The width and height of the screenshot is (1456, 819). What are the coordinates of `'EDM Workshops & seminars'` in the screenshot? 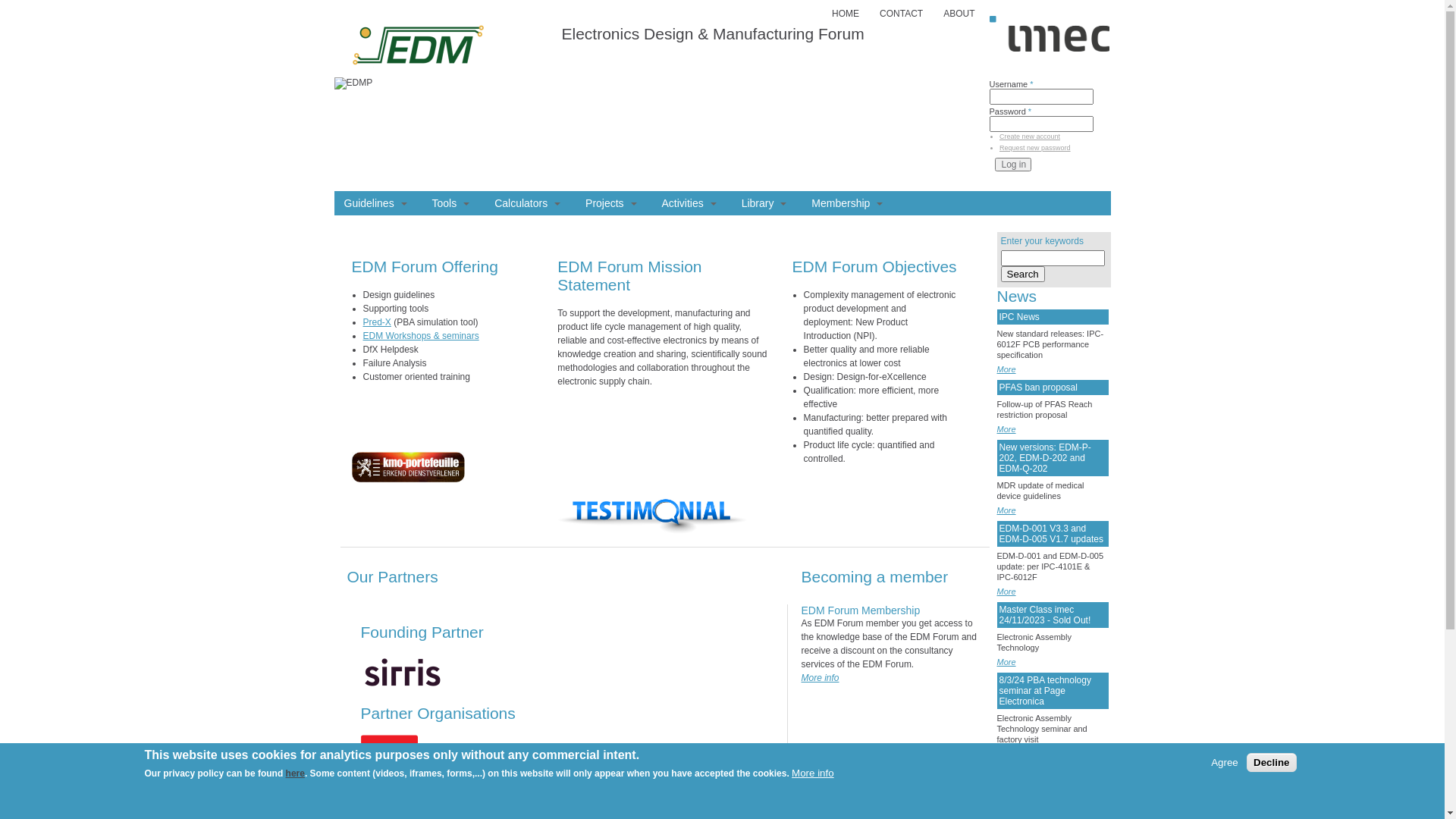 It's located at (362, 335).